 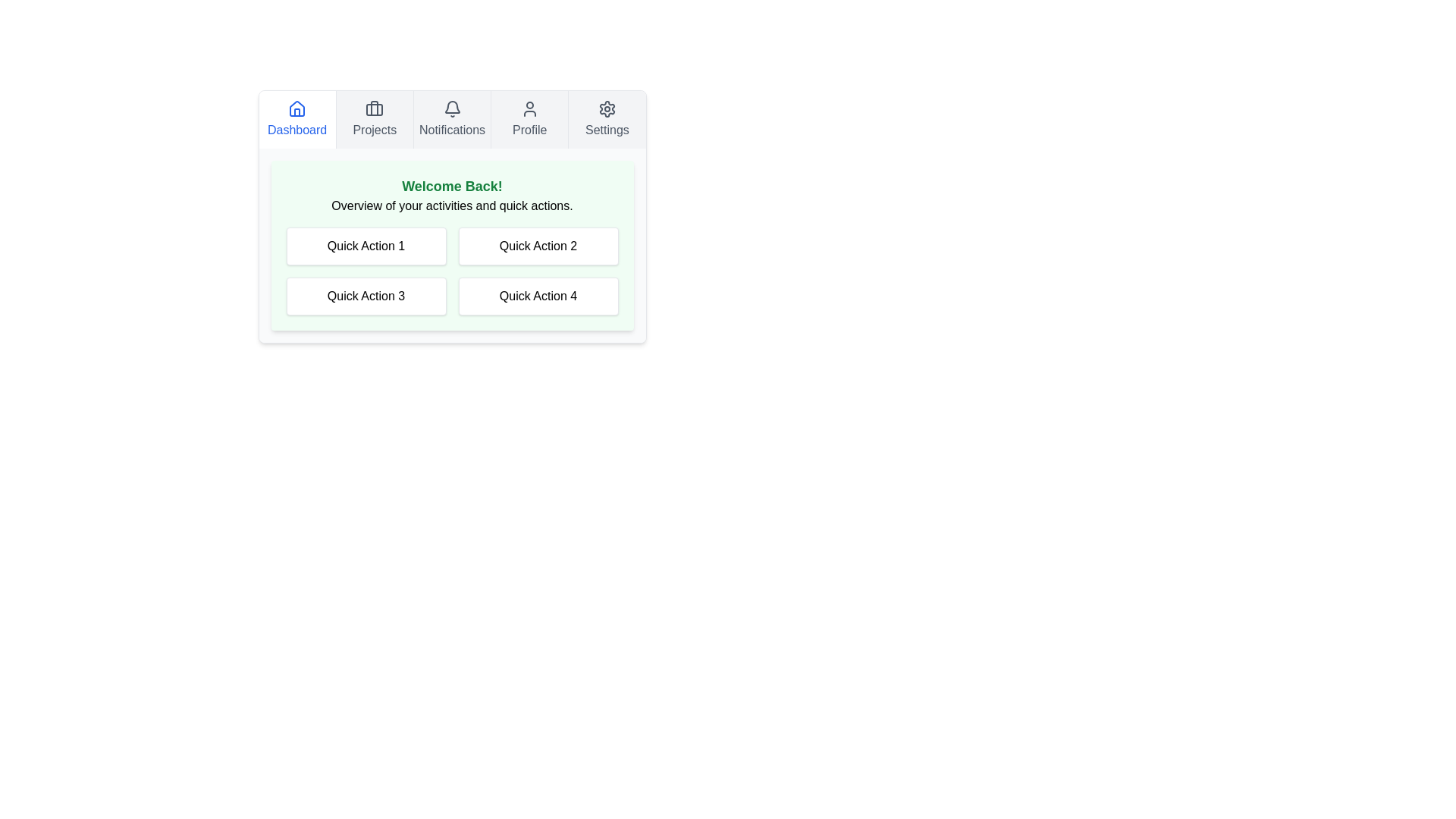 I want to click on the first navigation button in the top navigation bar to redirect to the Dashboard section, so click(x=297, y=119).